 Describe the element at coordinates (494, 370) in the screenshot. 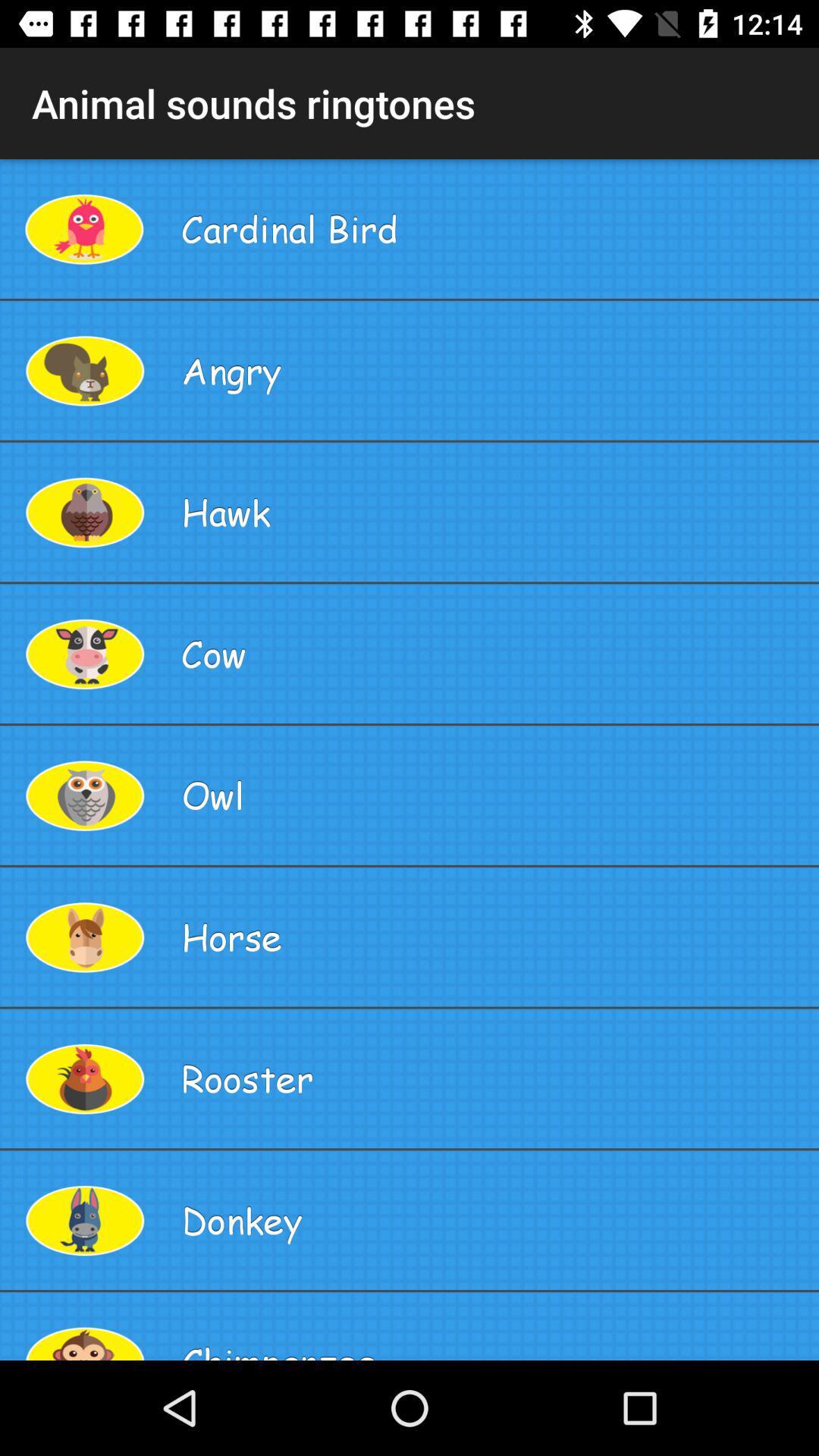

I see `the angry` at that location.